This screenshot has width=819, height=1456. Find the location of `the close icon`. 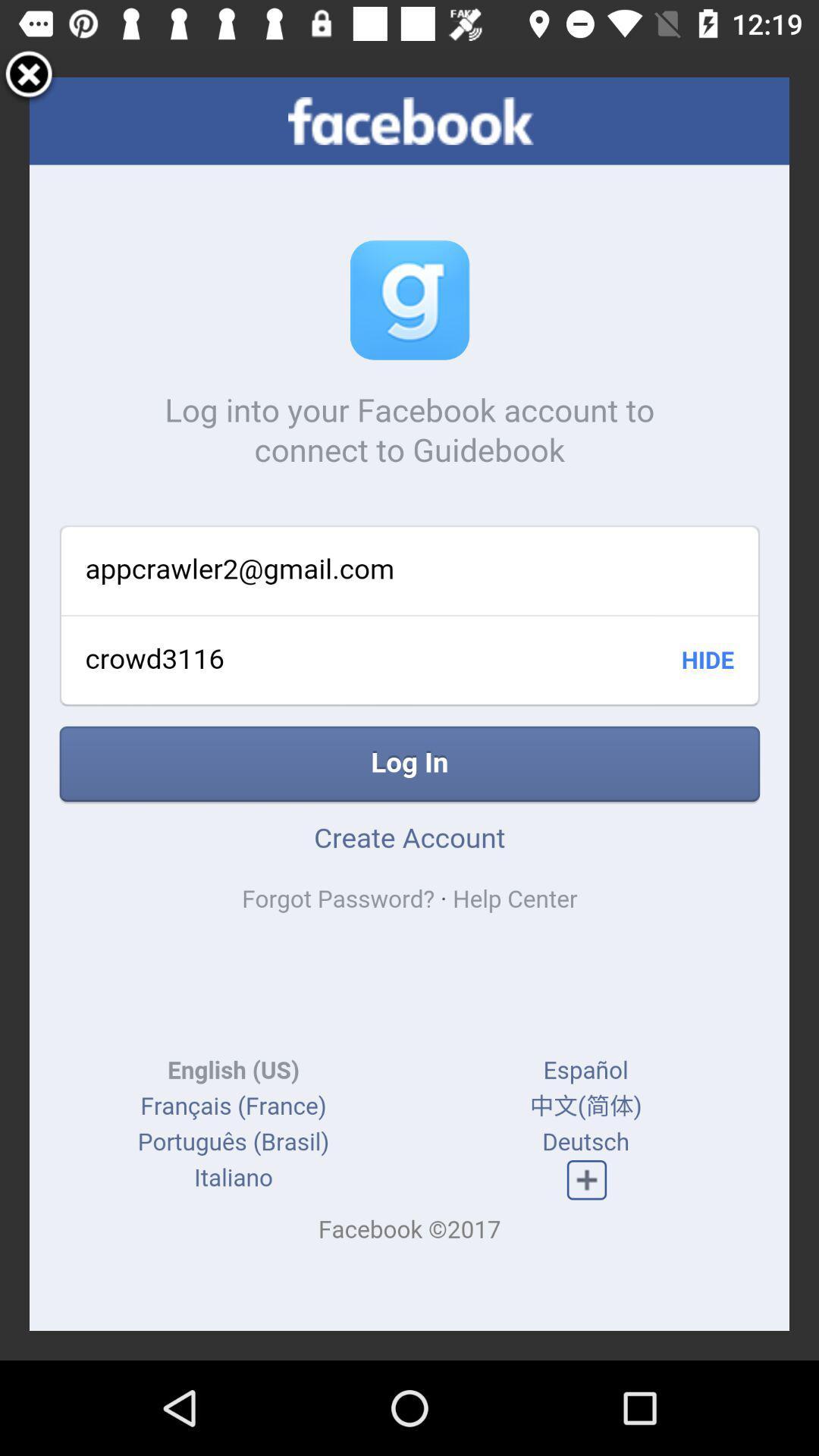

the close icon is located at coordinates (29, 81).